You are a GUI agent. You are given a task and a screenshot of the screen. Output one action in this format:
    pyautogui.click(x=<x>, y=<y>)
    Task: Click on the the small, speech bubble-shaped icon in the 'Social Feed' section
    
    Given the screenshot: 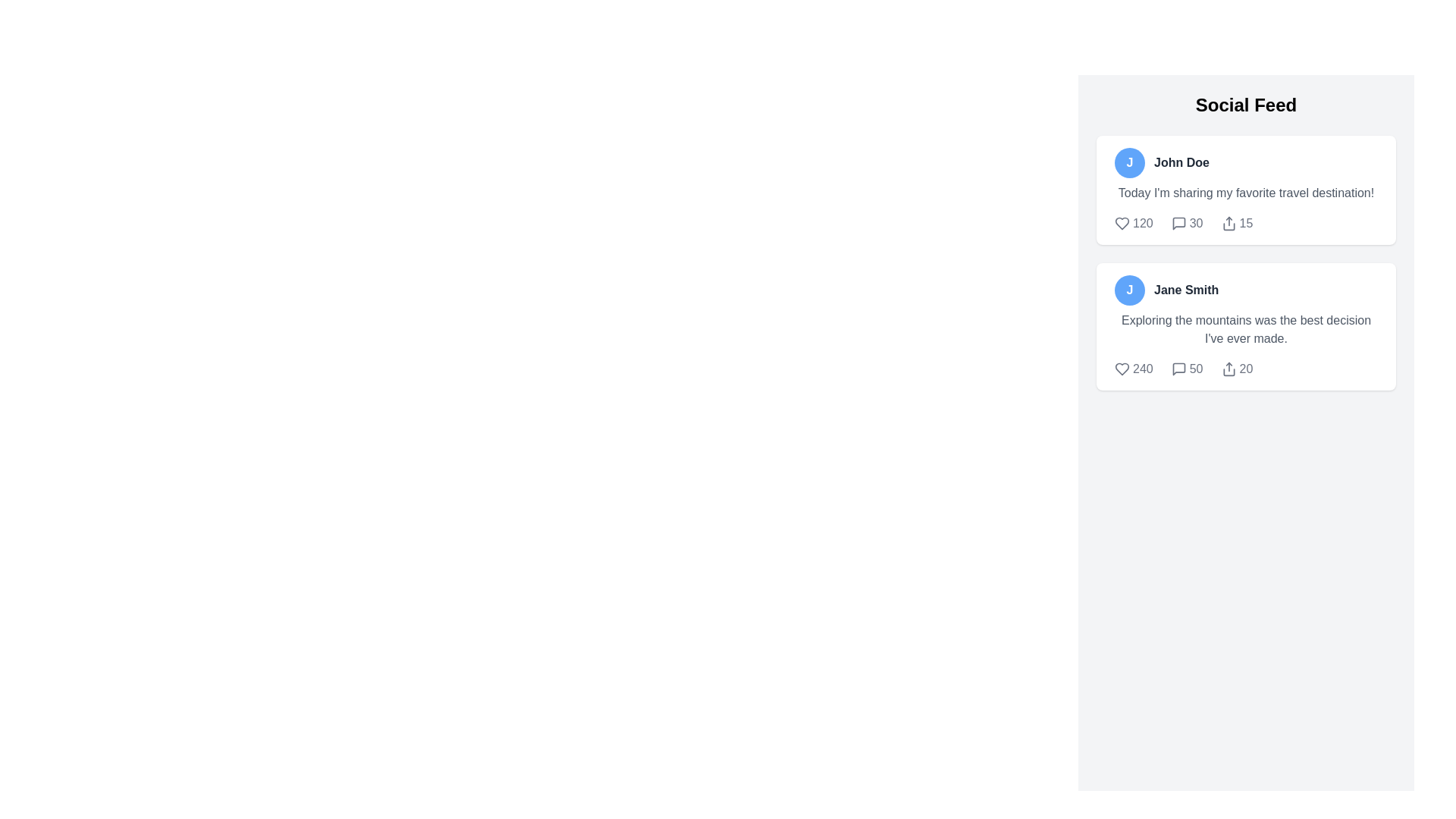 What is the action you would take?
    pyautogui.click(x=1178, y=223)
    